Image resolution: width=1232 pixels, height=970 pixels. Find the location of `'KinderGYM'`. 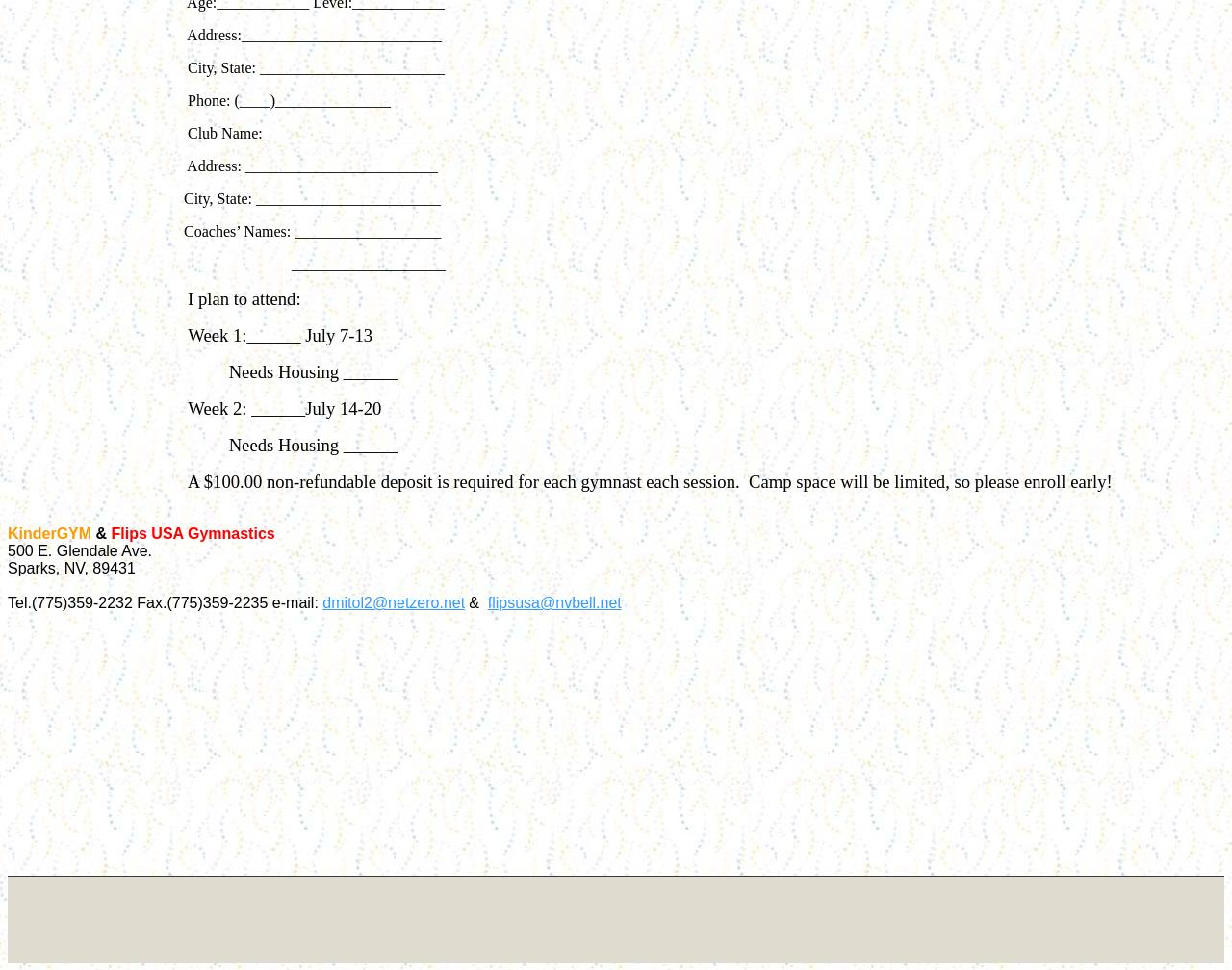

'KinderGYM' is located at coordinates (51, 533).